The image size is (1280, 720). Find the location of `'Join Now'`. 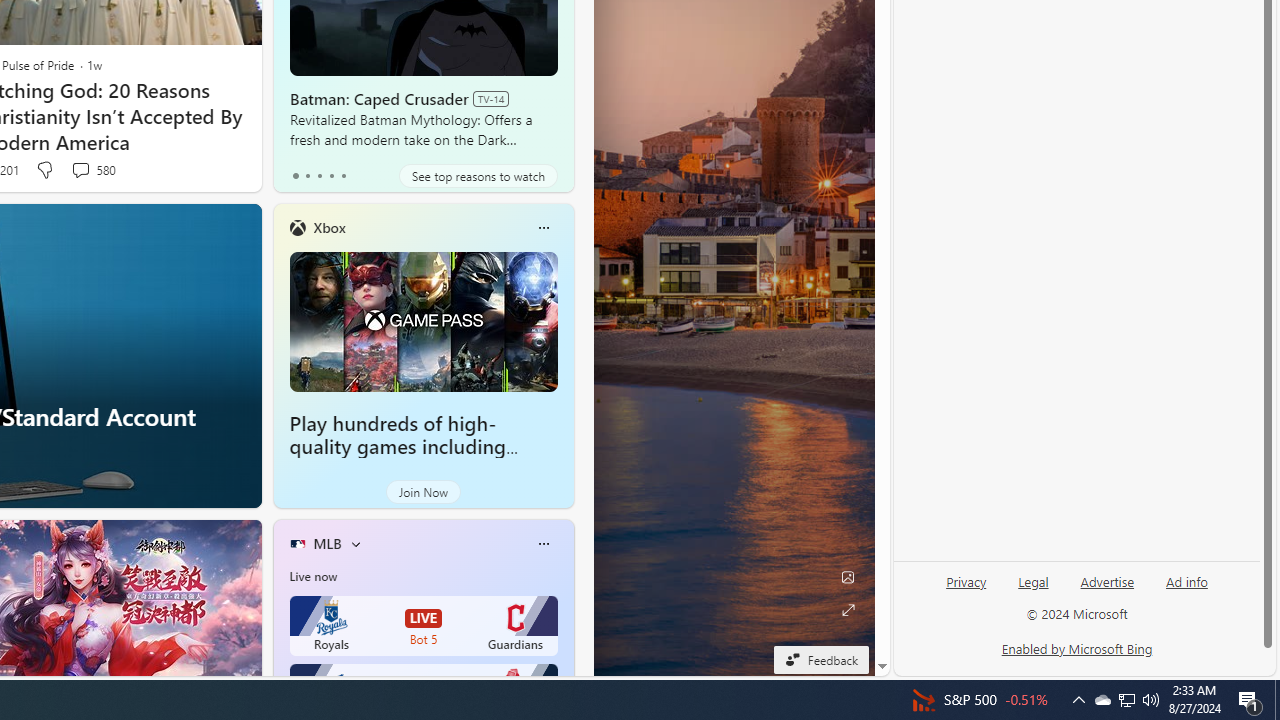

'Join Now' is located at coordinates (422, 492).